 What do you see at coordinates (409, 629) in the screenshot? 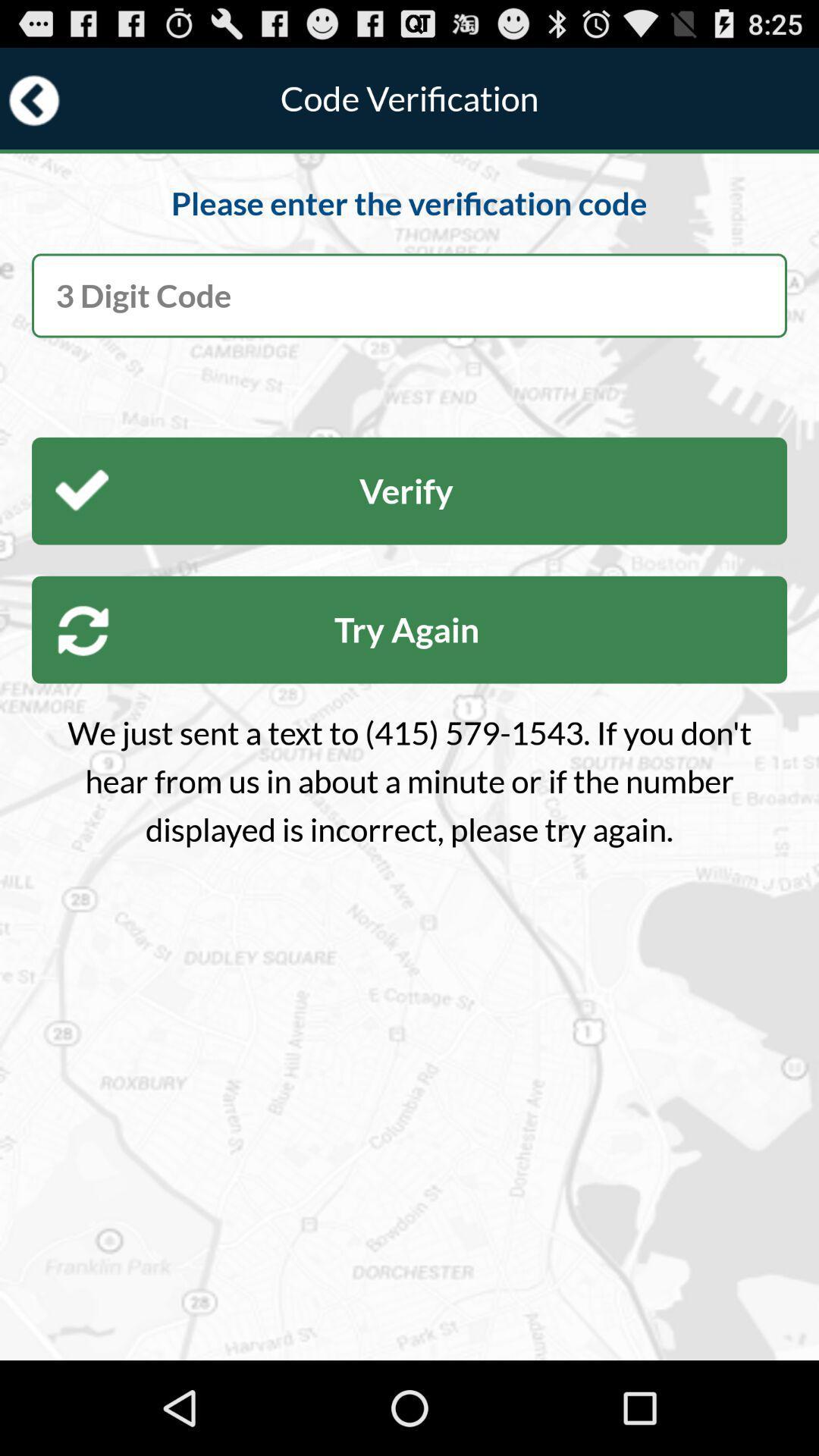
I see `the try again icon` at bounding box center [409, 629].